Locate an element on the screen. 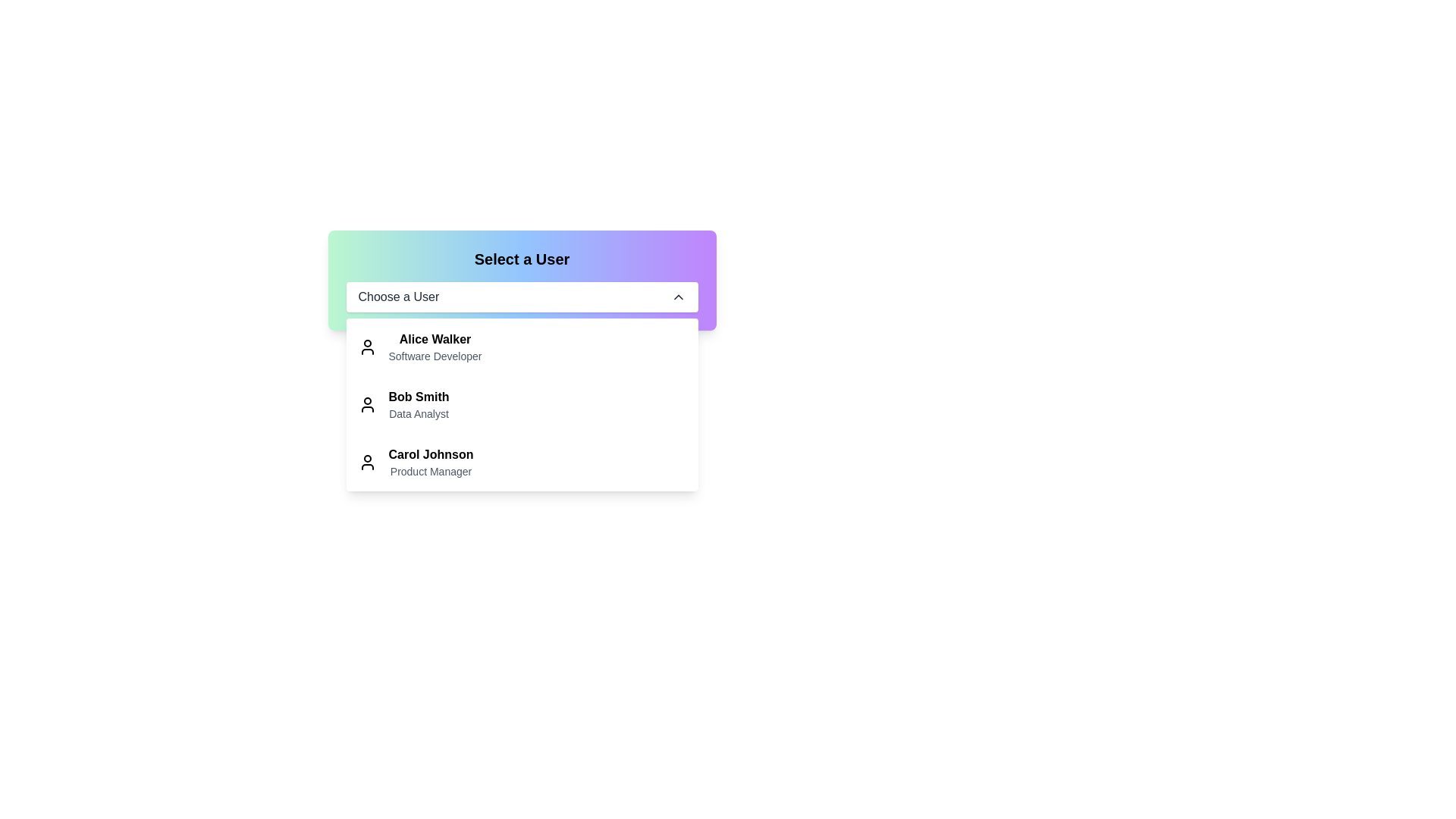 Image resolution: width=1456 pixels, height=819 pixels. the user profile icon representing 'Bob Smith', a Data Analyst, which is a black line drawing icon located to the left of the text in the dropdown list is located at coordinates (367, 403).